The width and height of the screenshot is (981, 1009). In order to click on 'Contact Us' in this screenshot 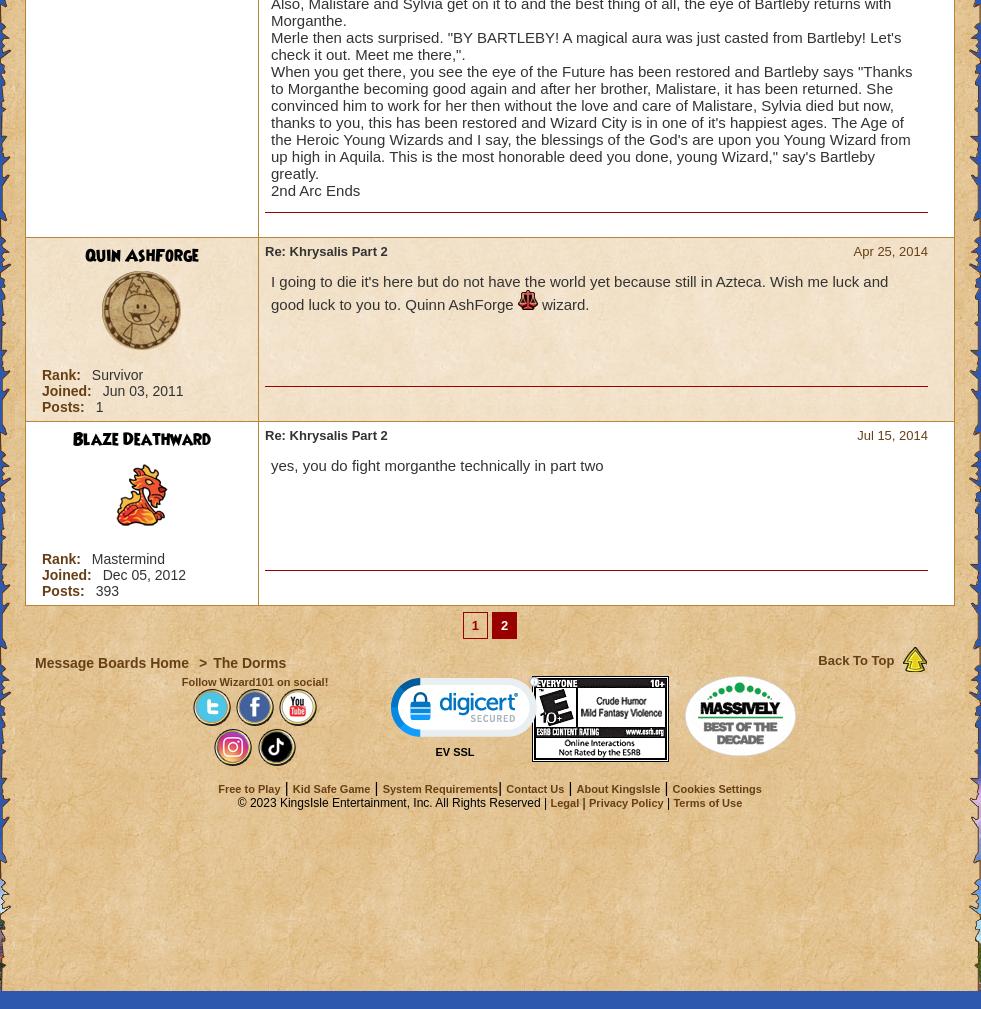, I will do `click(535, 789)`.